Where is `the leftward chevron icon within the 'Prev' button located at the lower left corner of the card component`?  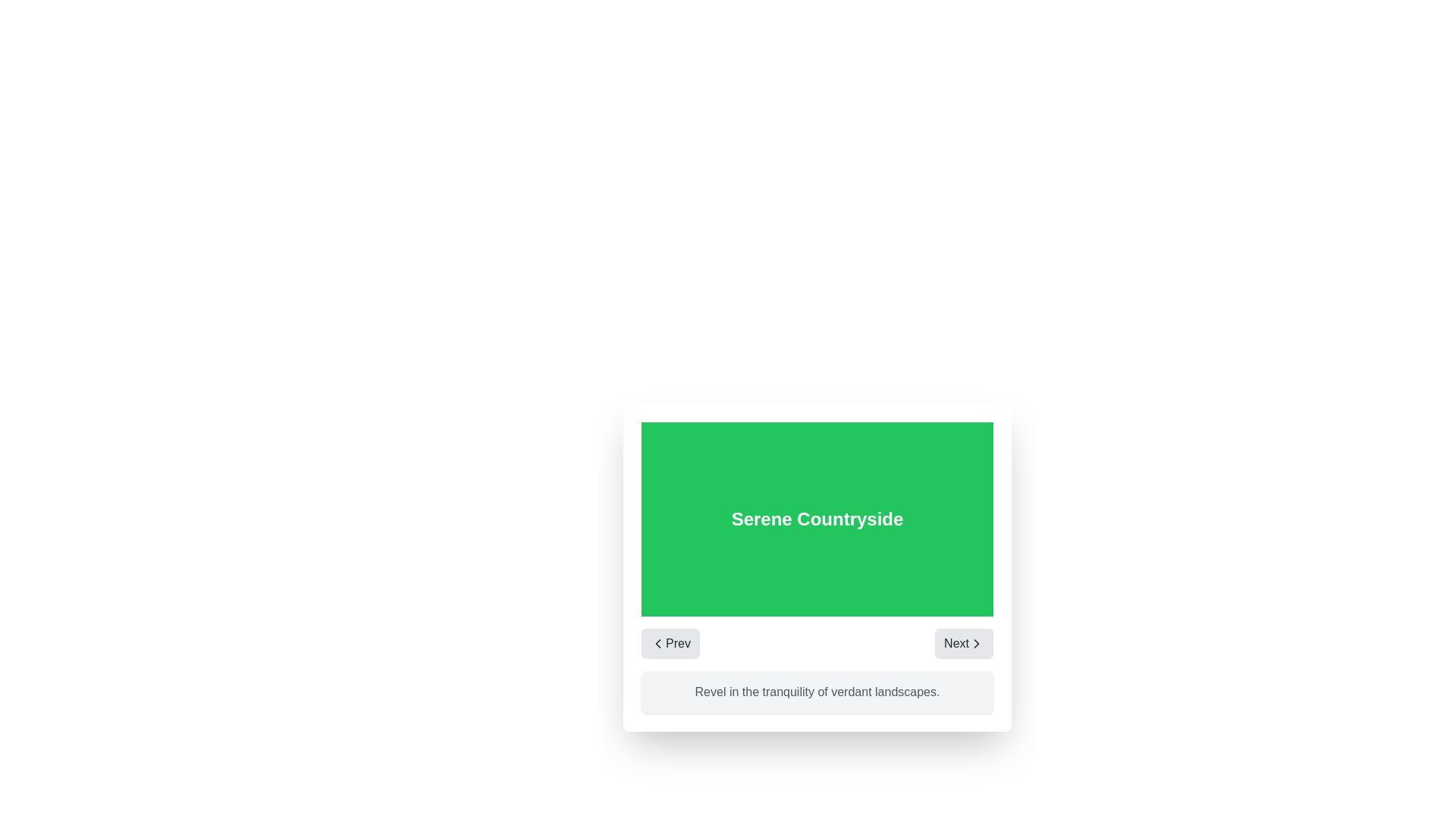 the leftward chevron icon within the 'Prev' button located at the lower left corner of the card component is located at coordinates (658, 643).